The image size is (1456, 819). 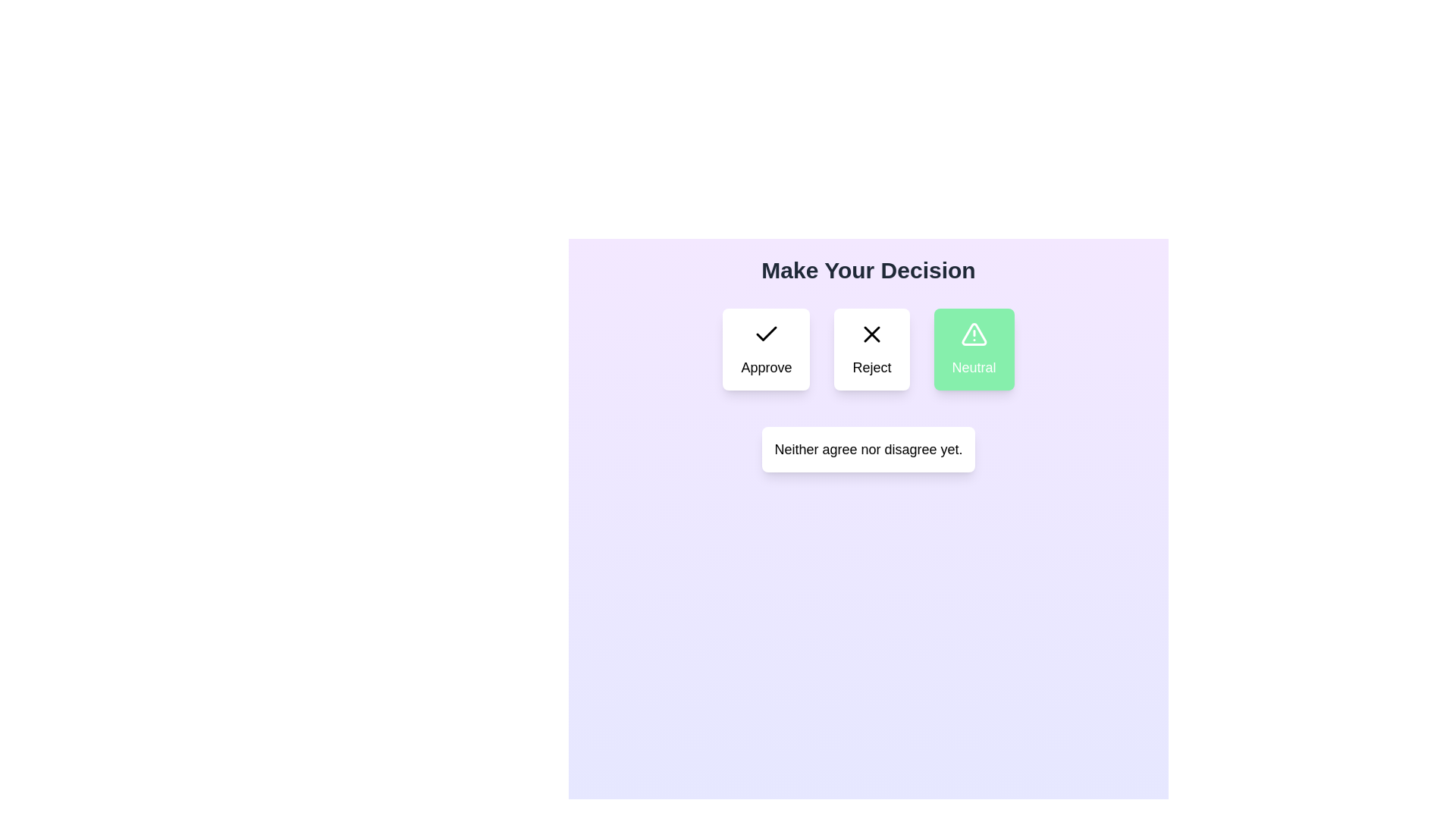 I want to click on the Reject button to select the corresponding decision, so click(x=872, y=350).